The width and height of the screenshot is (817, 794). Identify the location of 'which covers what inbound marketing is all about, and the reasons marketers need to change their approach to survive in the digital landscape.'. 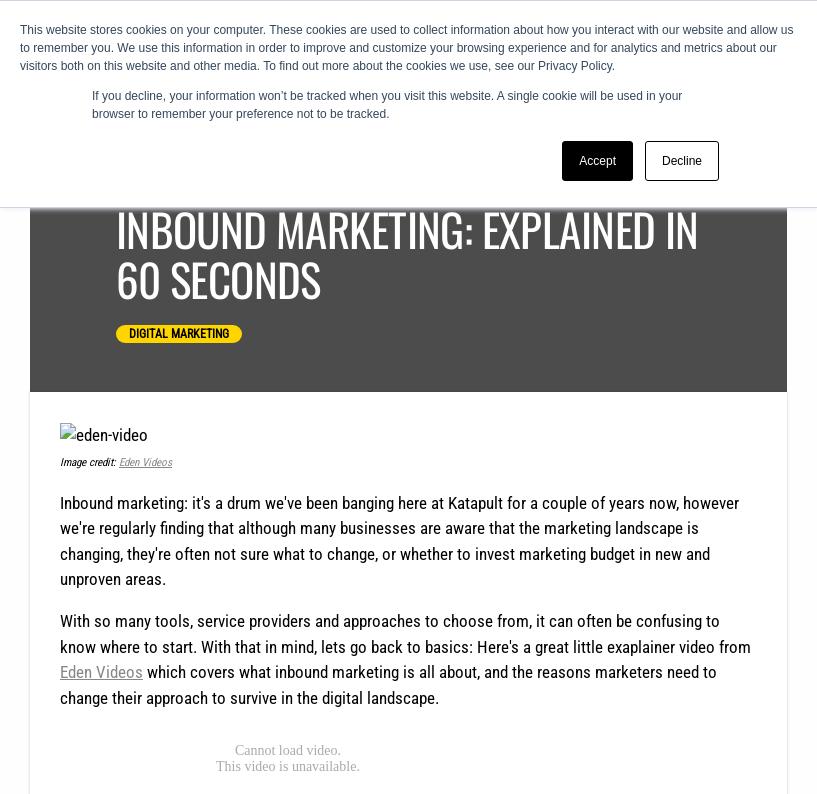
(387, 684).